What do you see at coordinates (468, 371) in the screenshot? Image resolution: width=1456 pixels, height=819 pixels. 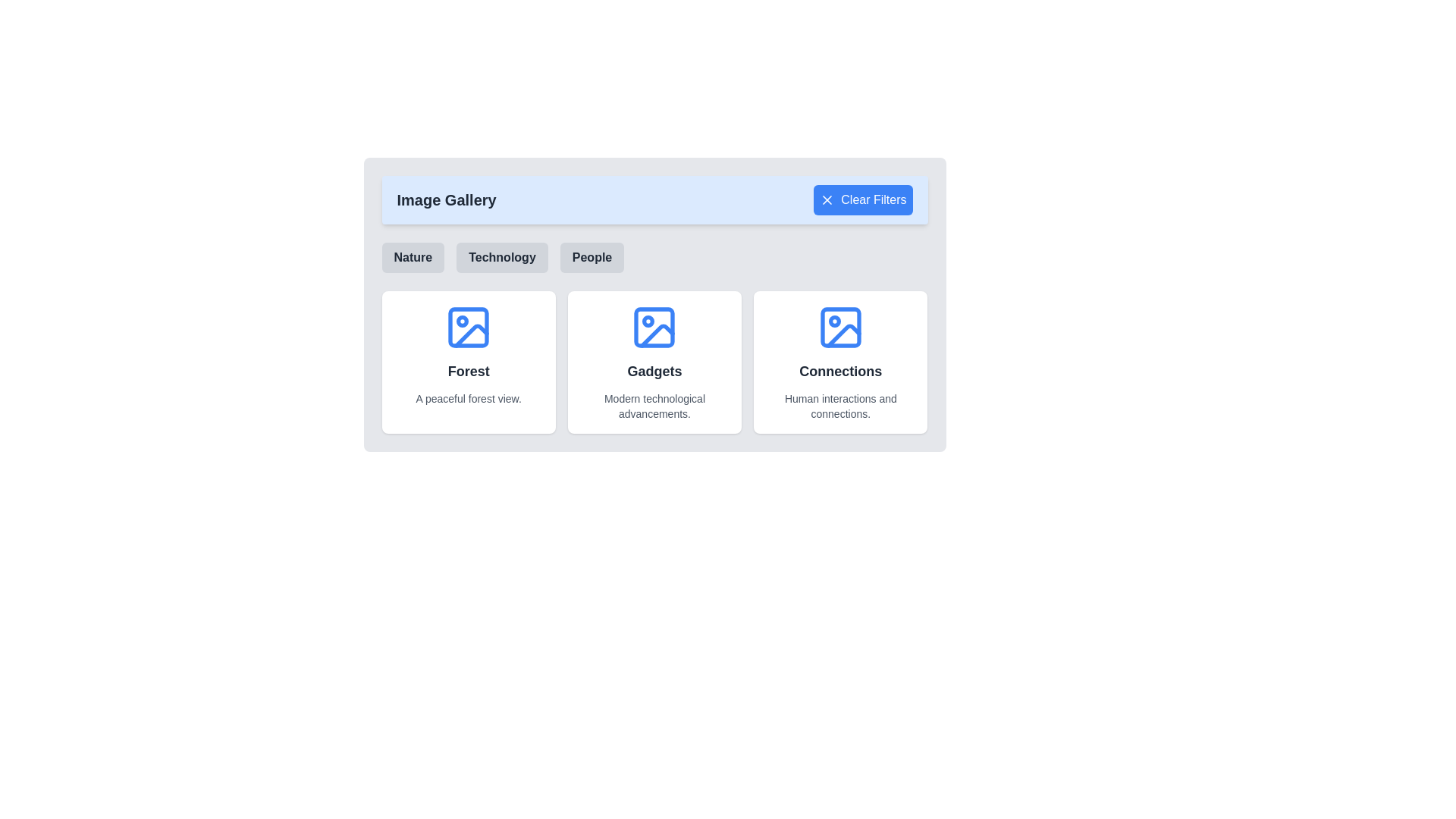 I see `the title text element located in the center of the rounded, shadowed white card on the left side of the interface, just below an icon and above the text 'A peaceful forest view.'` at bounding box center [468, 371].